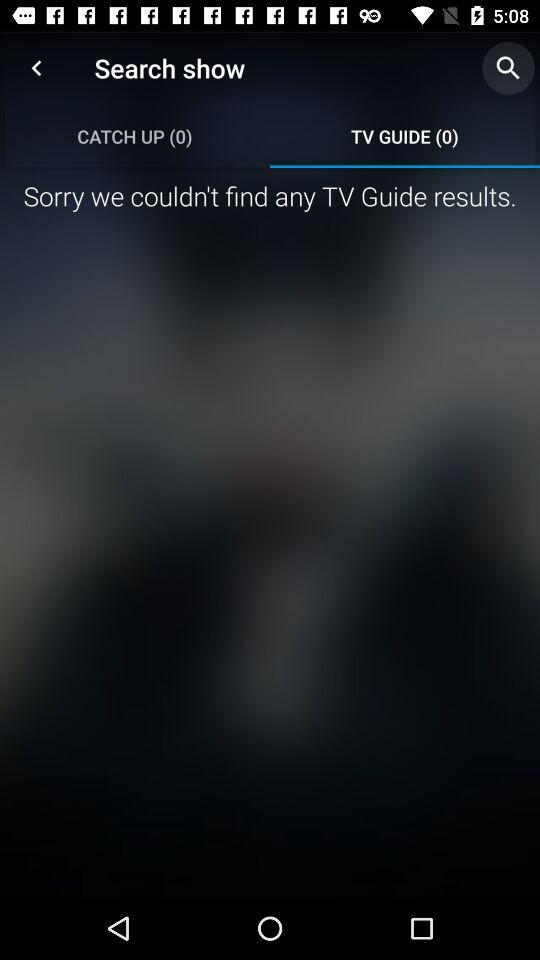 This screenshot has width=540, height=960. I want to click on the item above the catch up (0) icon, so click(36, 68).